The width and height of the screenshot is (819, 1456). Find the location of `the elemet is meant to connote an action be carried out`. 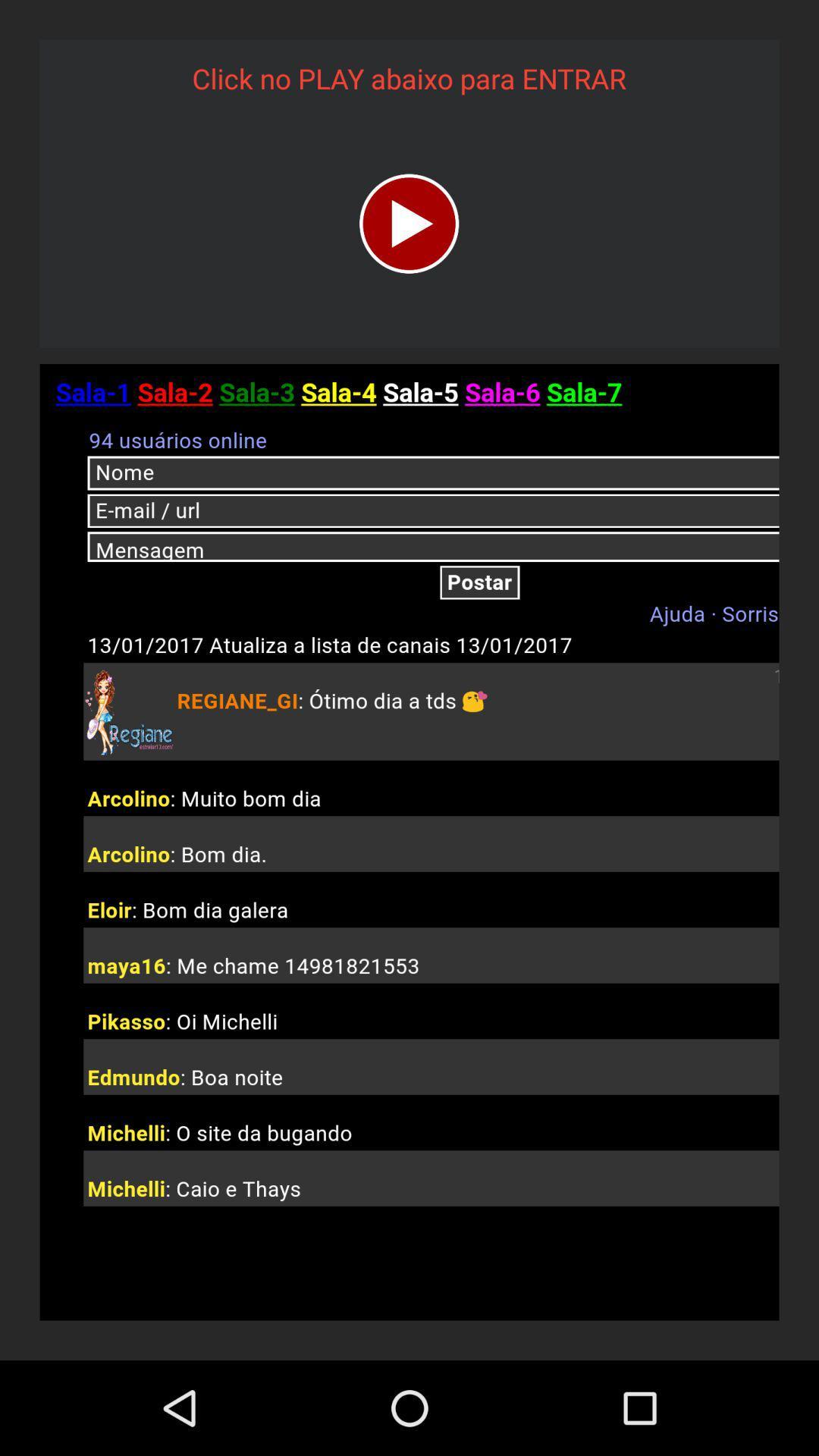

the elemet is meant to connote an action be carried out is located at coordinates (408, 223).